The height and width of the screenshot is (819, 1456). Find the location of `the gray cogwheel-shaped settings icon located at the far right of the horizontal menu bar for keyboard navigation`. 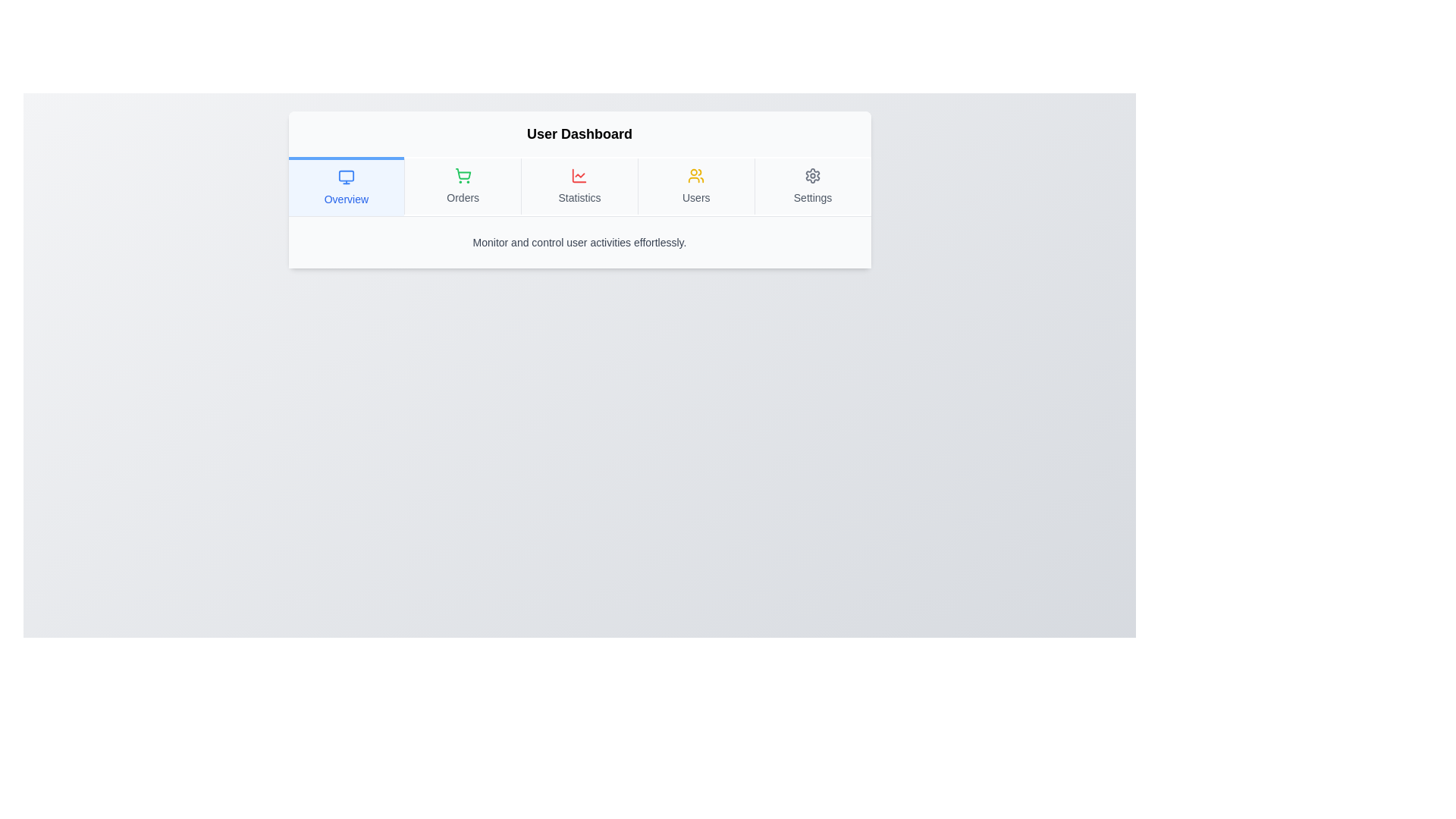

the gray cogwheel-shaped settings icon located at the far right of the horizontal menu bar for keyboard navigation is located at coordinates (812, 174).